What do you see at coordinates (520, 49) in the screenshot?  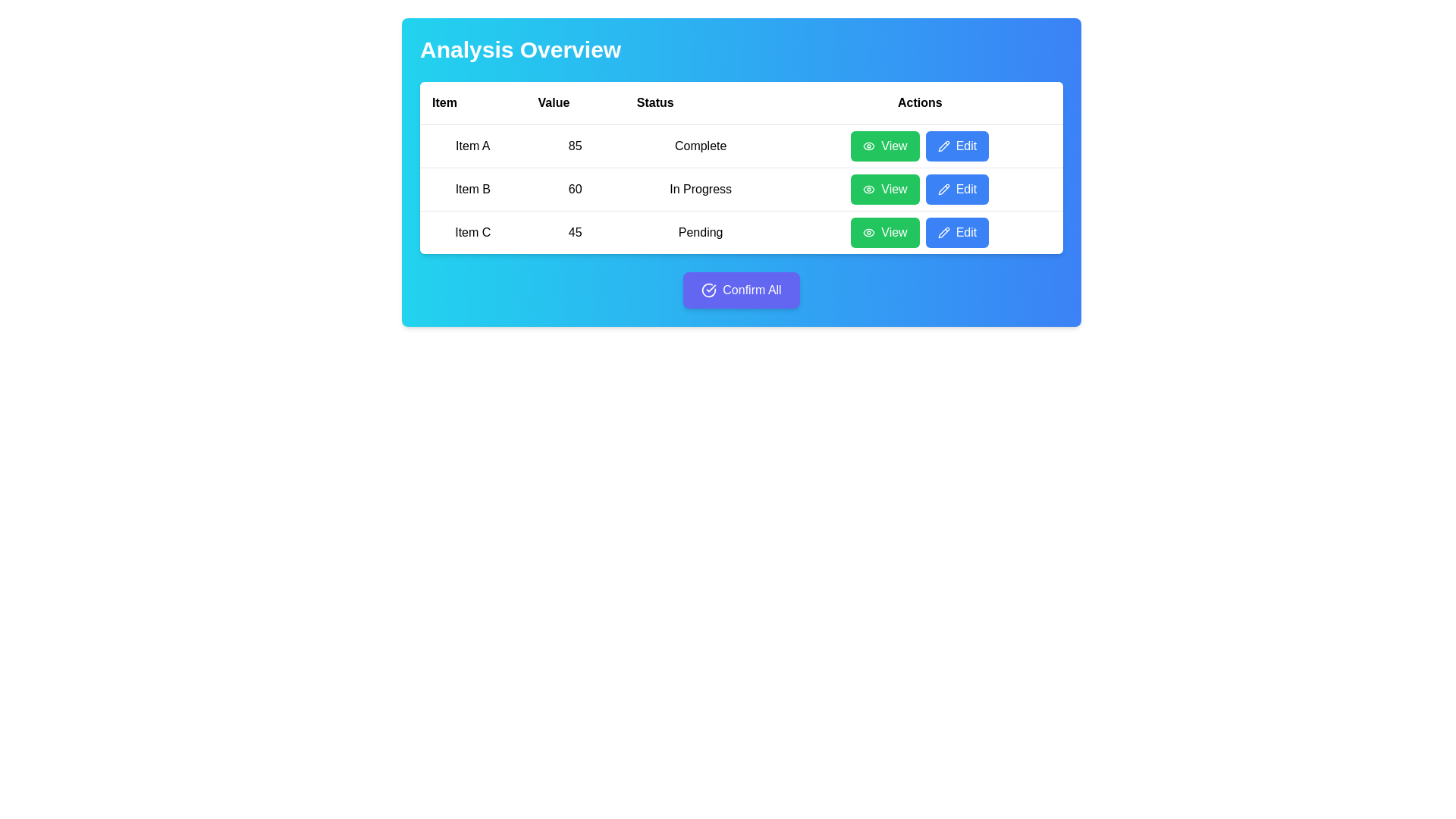 I see `the text label that serves as the title or heading for the panel, which is centrally aligned in the header bar at the top of the interface` at bounding box center [520, 49].